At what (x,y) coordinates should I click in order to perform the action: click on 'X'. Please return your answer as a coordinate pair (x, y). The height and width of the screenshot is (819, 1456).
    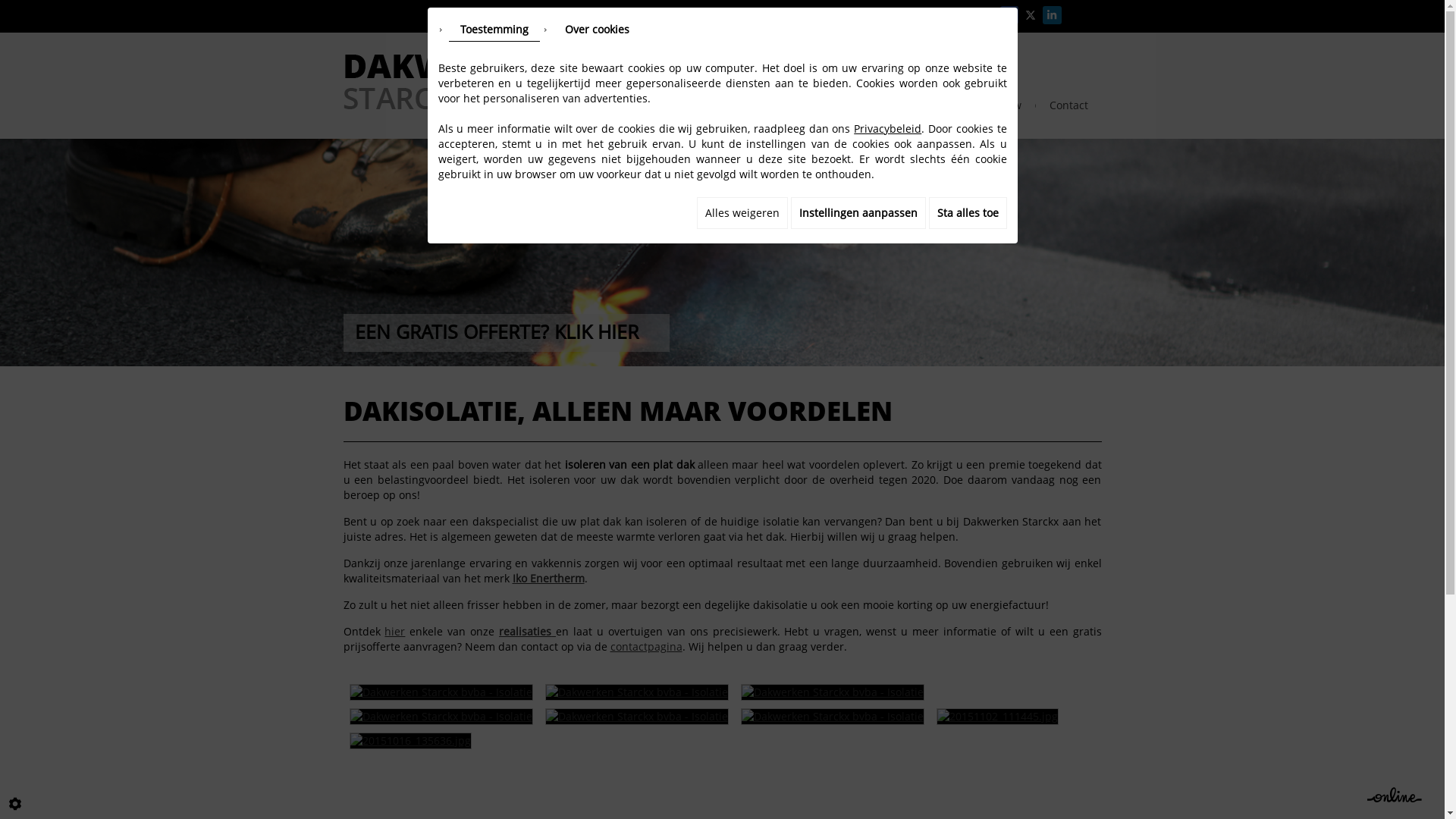
    Looking at the image, I should click on (1030, 14).